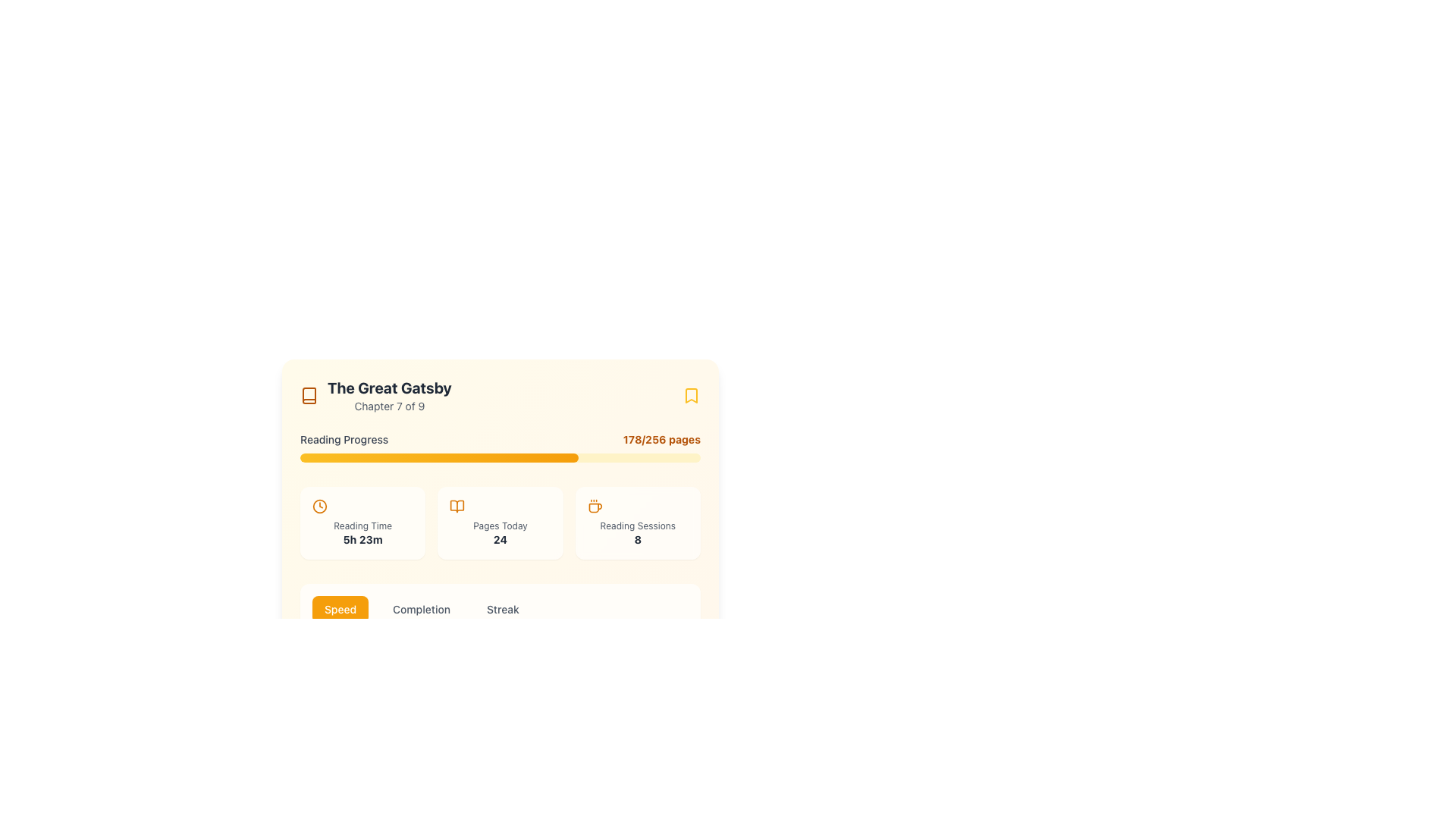  What do you see at coordinates (595, 508) in the screenshot?
I see `the decorative icon representing a coffee break associated with 'The Great Gatsby' located in the header section` at bounding box center [595, 508].